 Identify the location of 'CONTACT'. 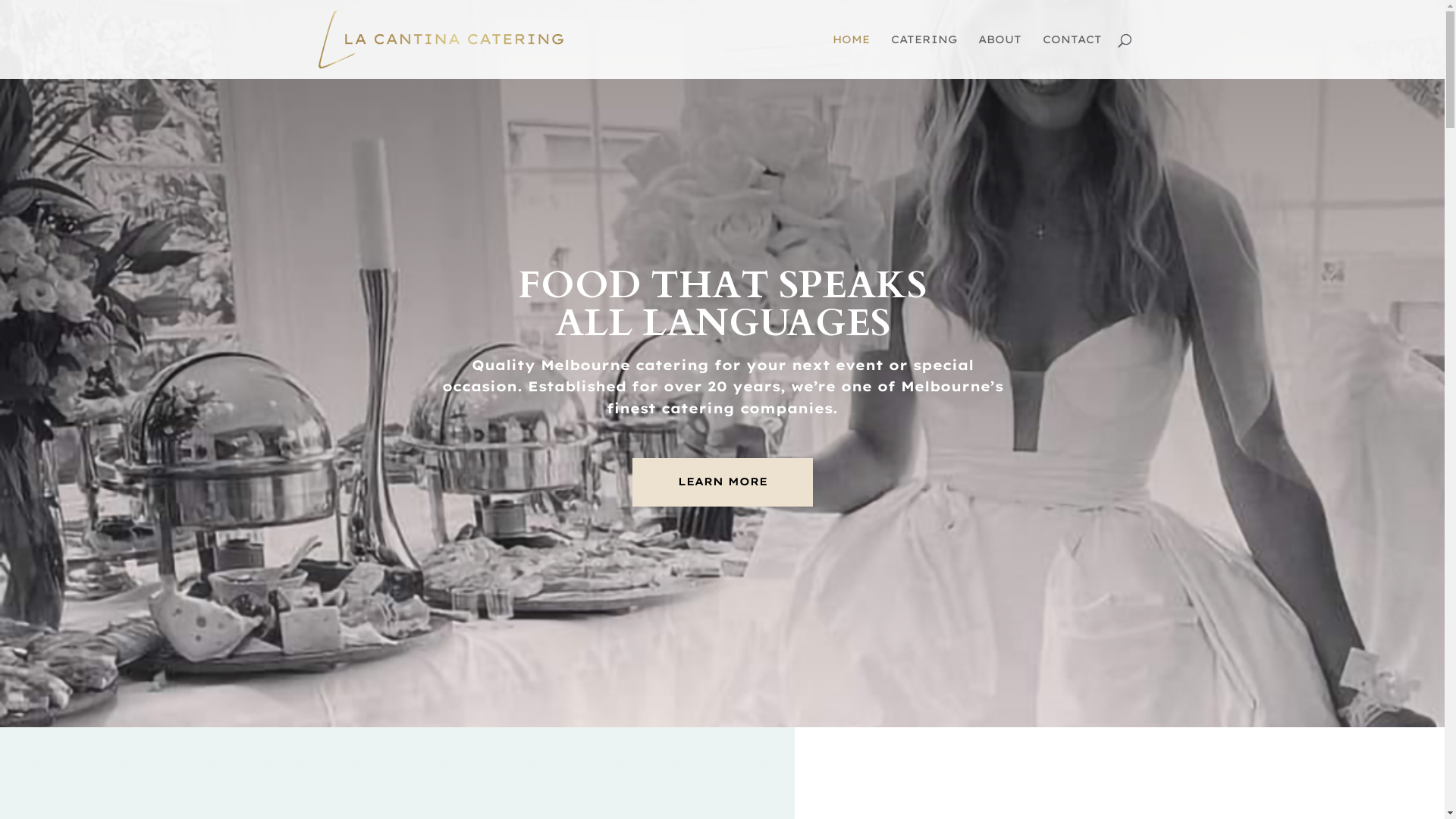
(1070, 55).